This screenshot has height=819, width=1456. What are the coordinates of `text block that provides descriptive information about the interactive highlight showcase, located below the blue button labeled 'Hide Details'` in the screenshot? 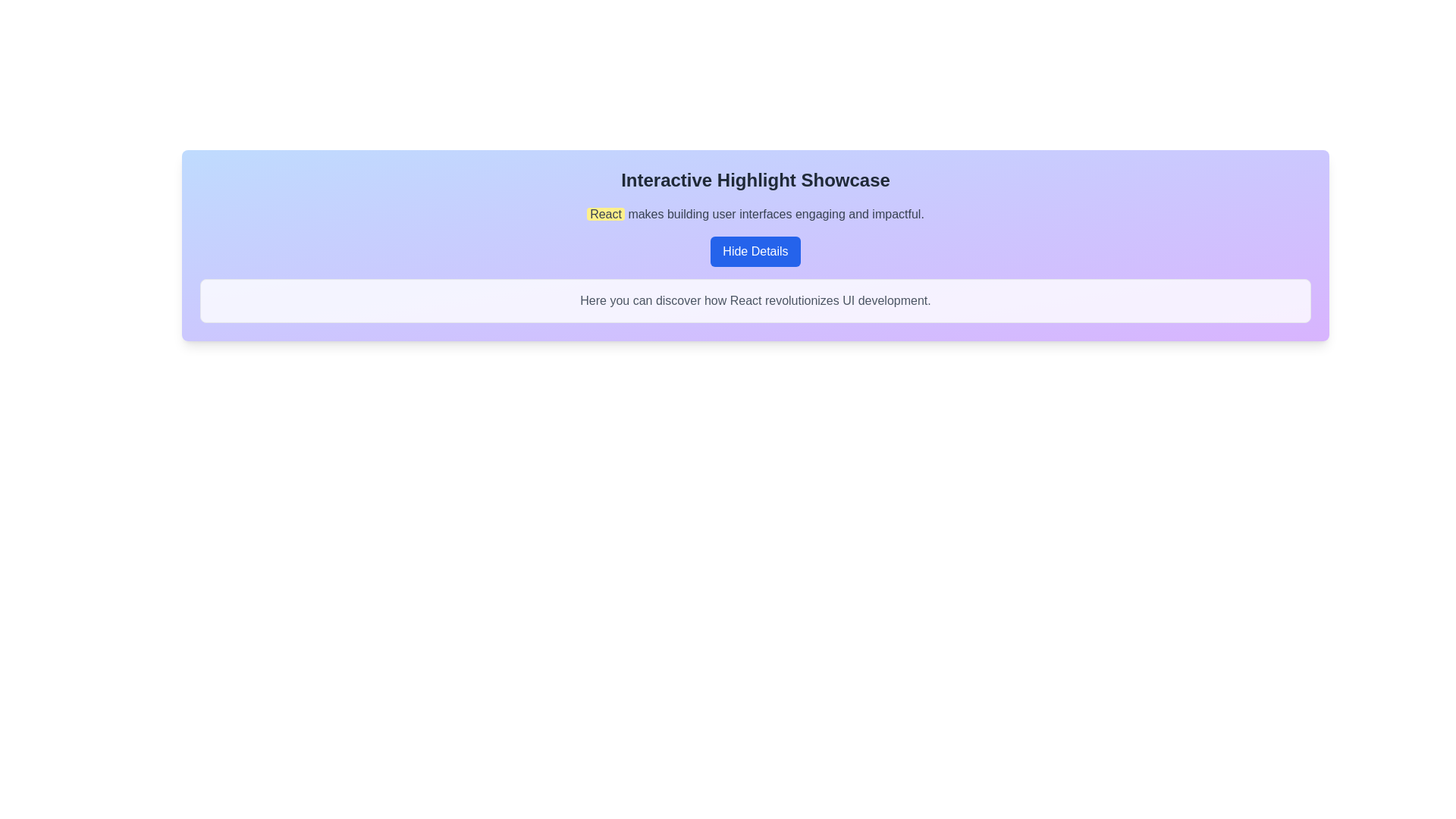 It's located at (755, 301).